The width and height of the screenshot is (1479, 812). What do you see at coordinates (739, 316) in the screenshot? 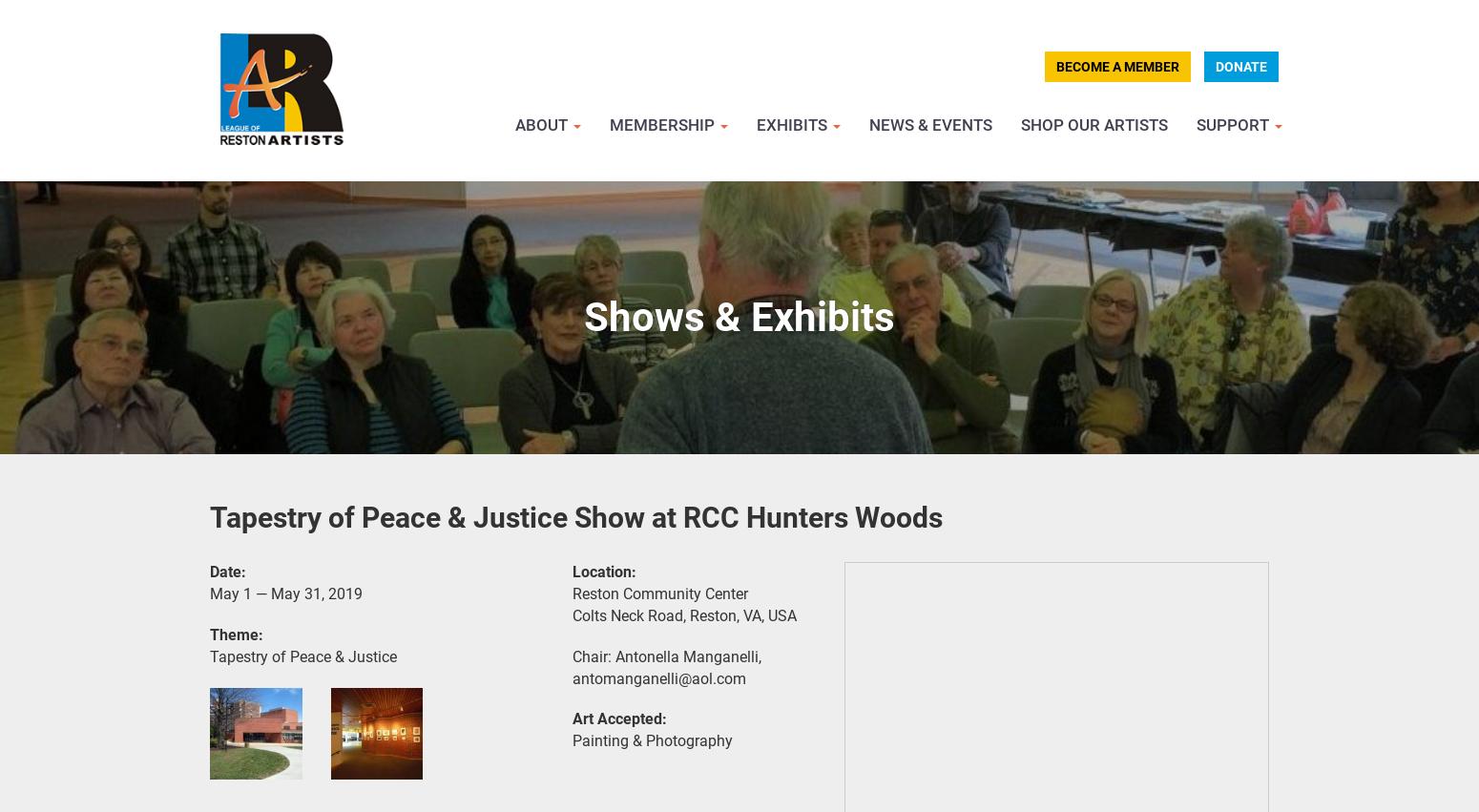
I see `'Shows & Exhibits'` at bounding box center [739, 316].